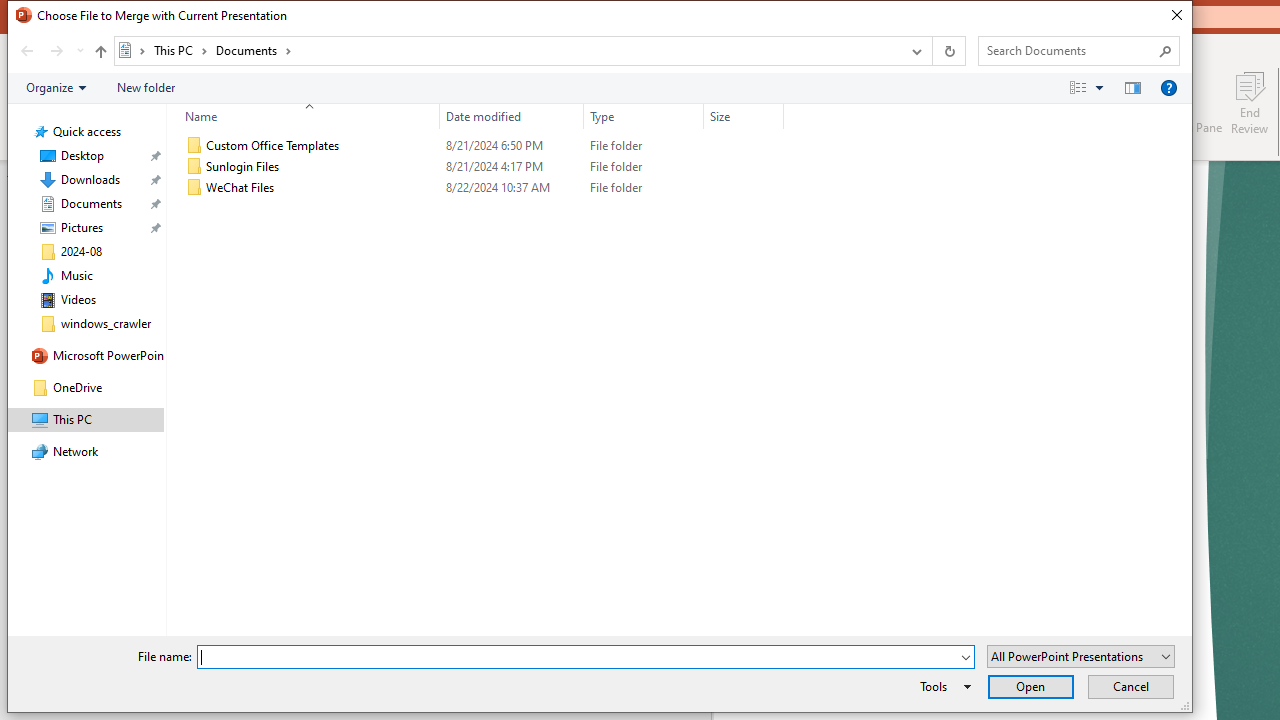  I want to click on 'Filter dropdown', so click(774, 116).